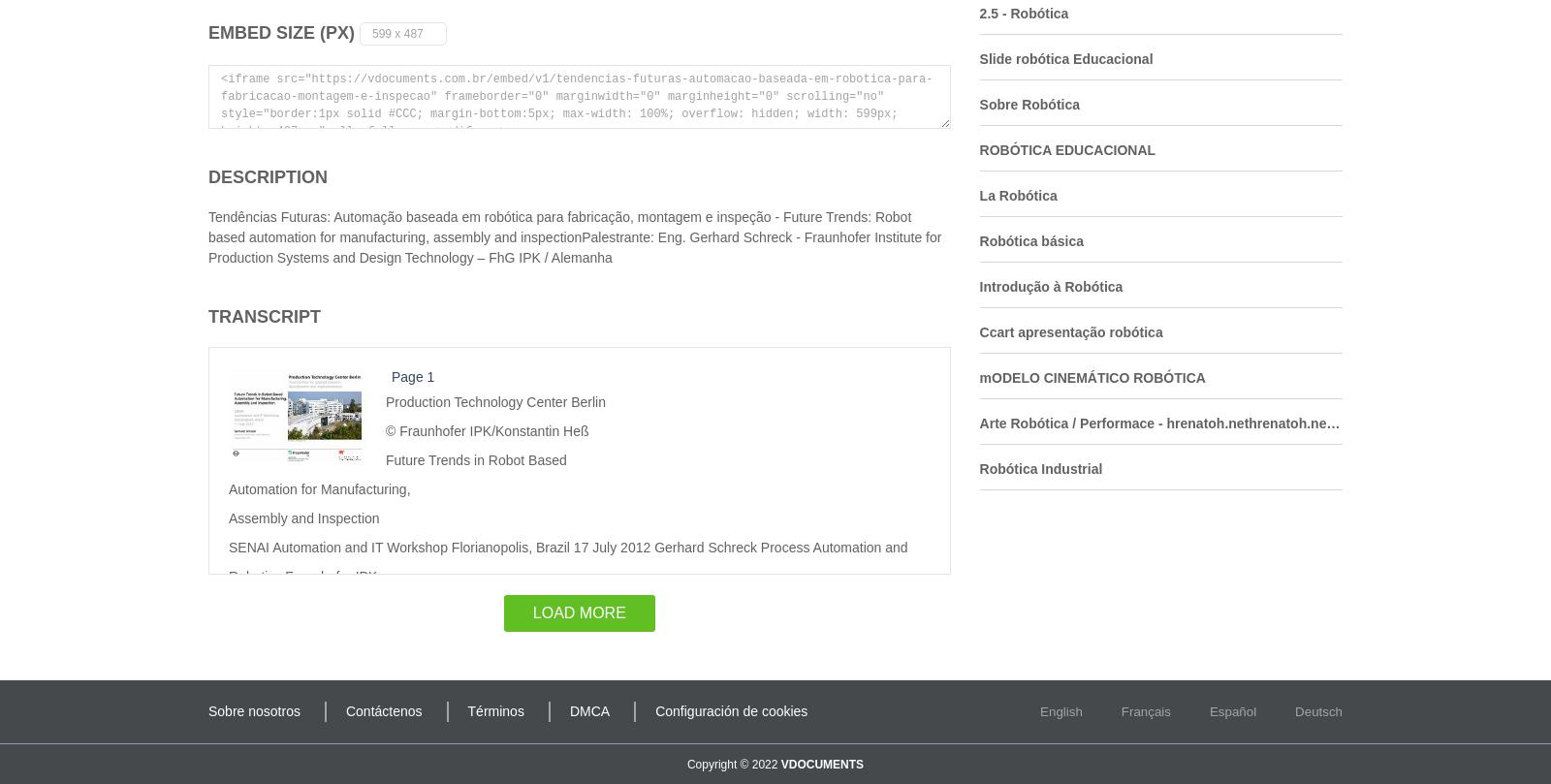  Describe the element at coordinates (229, 517) in the screenshot. I see `'Assembly and Inspection'` at that location.